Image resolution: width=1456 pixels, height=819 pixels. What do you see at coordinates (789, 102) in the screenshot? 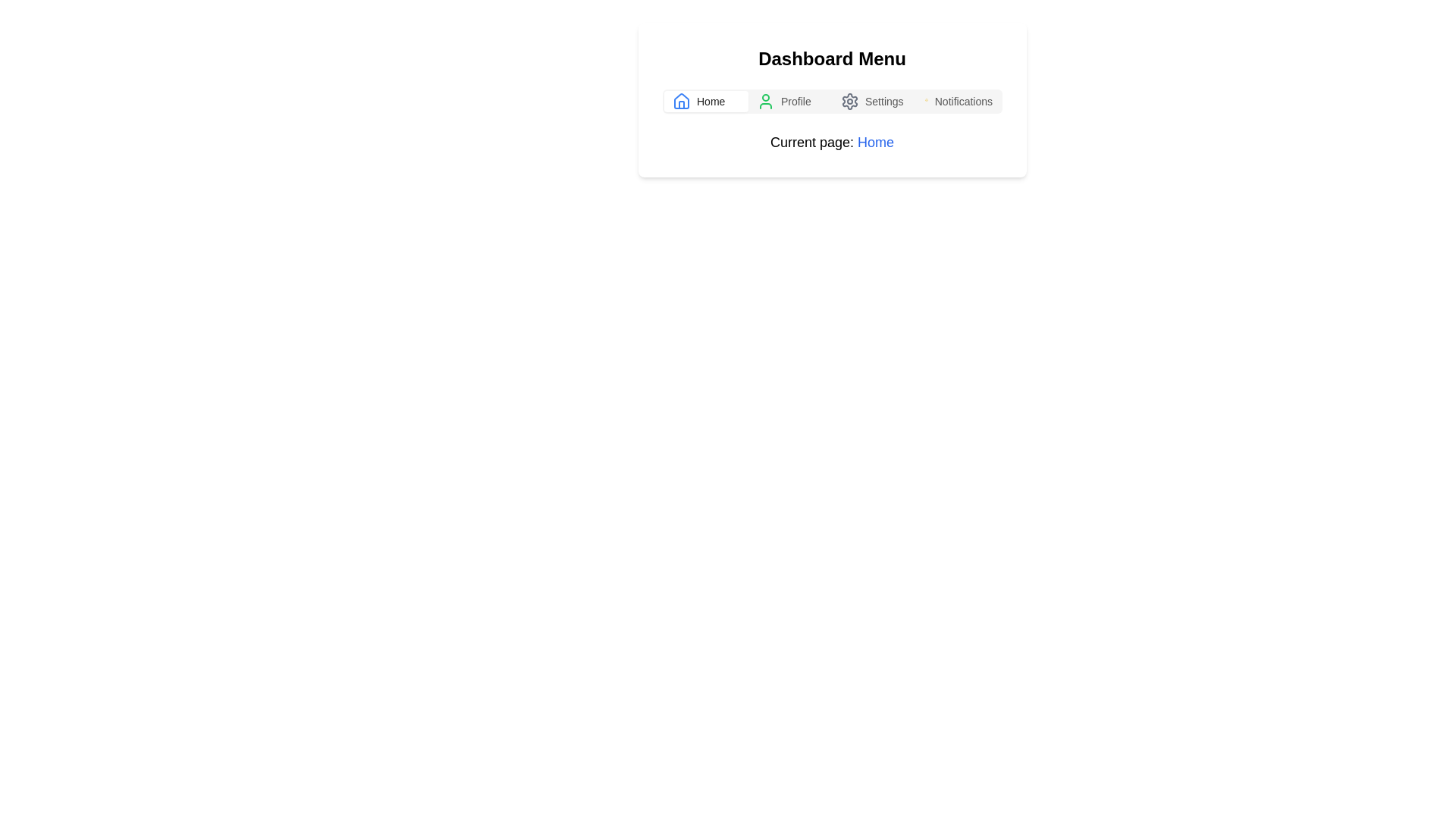
I see `the 'Profile' segmented control tab, which displays a user icon colored green and is the second item in the segmented control bar` at bounding box center [789, 102].